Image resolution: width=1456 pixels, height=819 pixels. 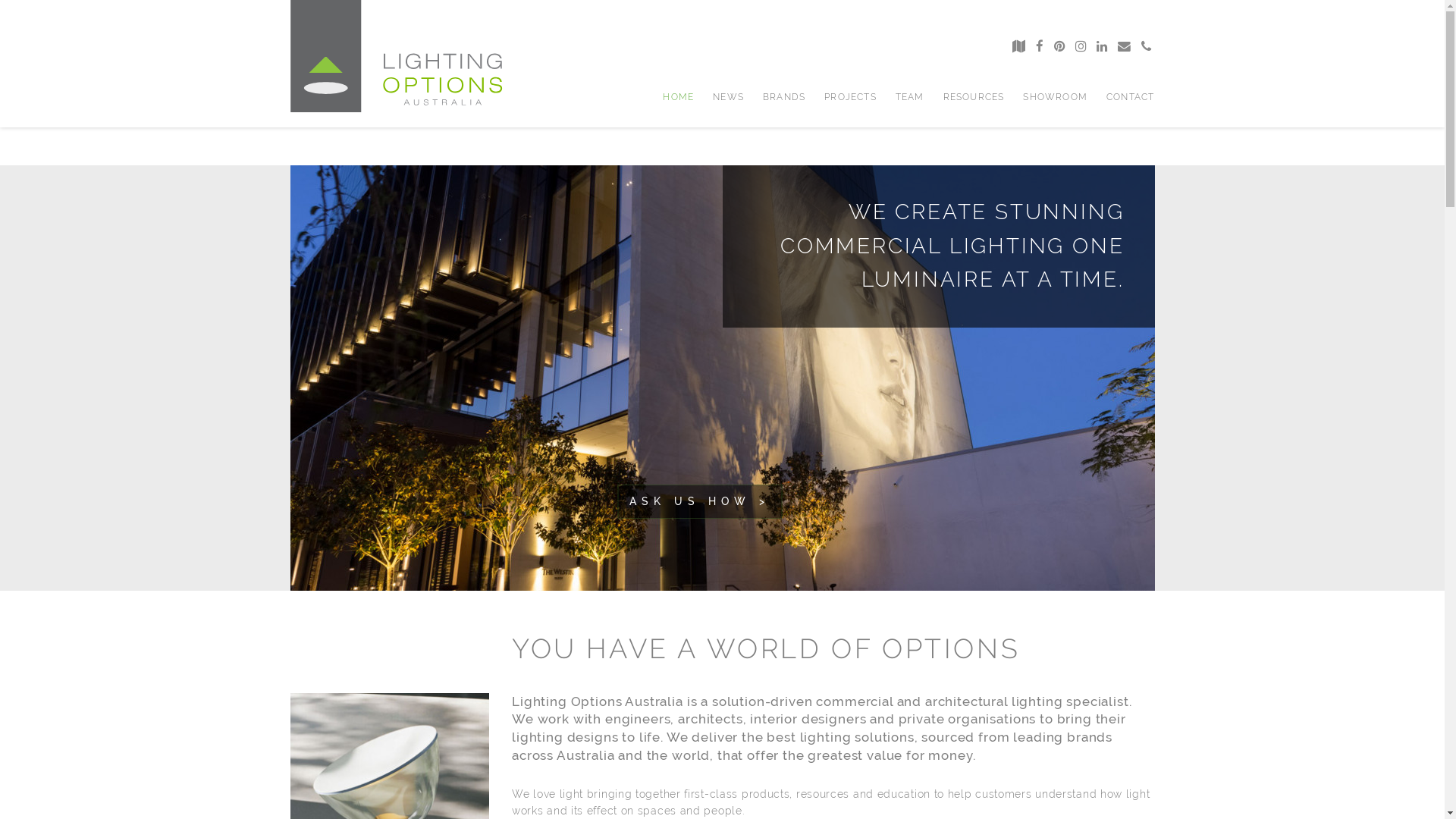 What do you see at coordinates (1130, 96) in the screenshot?
I see `'CONTACT'` at bounding box center [1130, 96].